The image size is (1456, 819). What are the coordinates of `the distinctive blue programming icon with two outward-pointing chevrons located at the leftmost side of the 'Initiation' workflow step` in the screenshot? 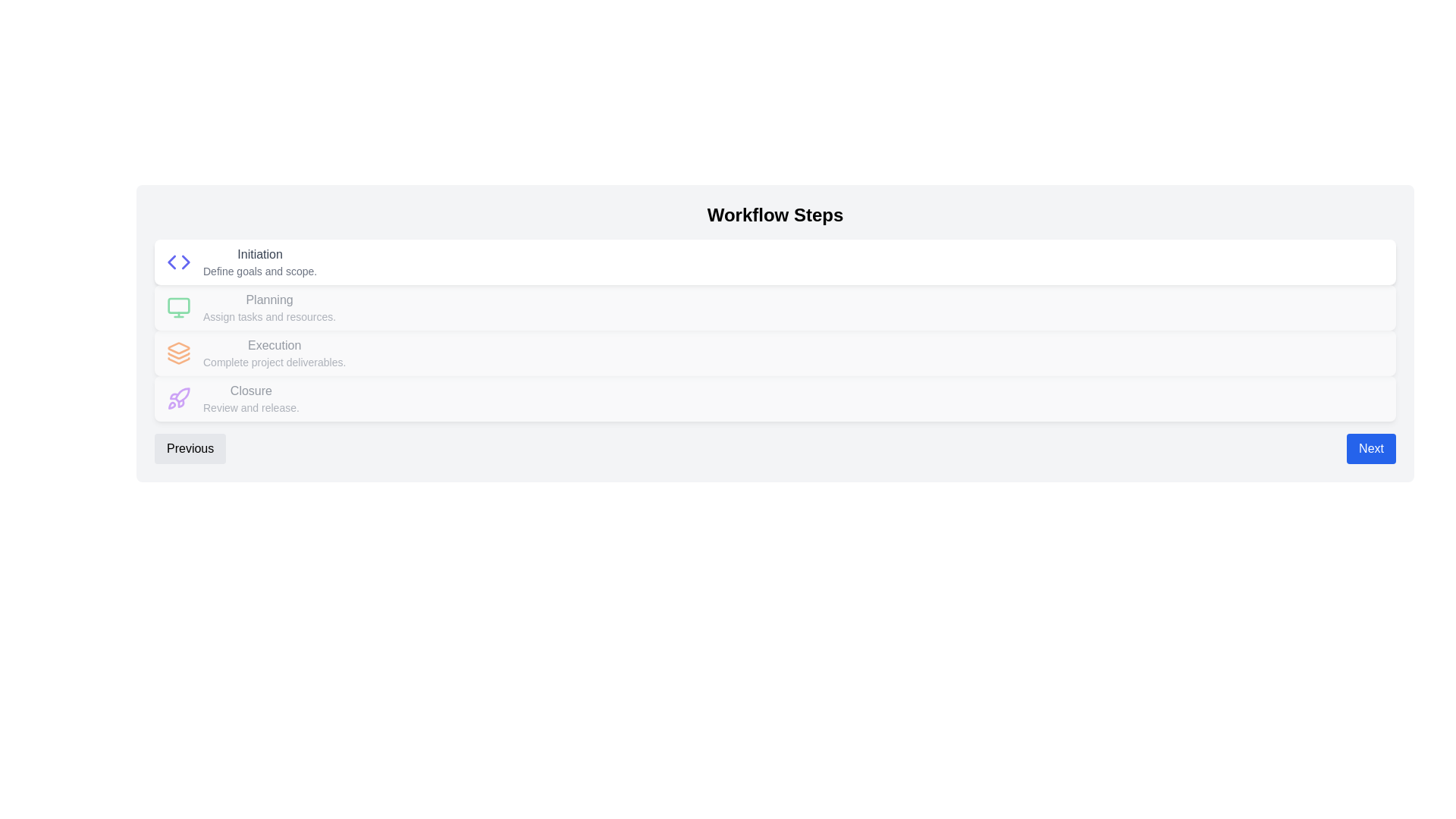 It's located at (178, 262).